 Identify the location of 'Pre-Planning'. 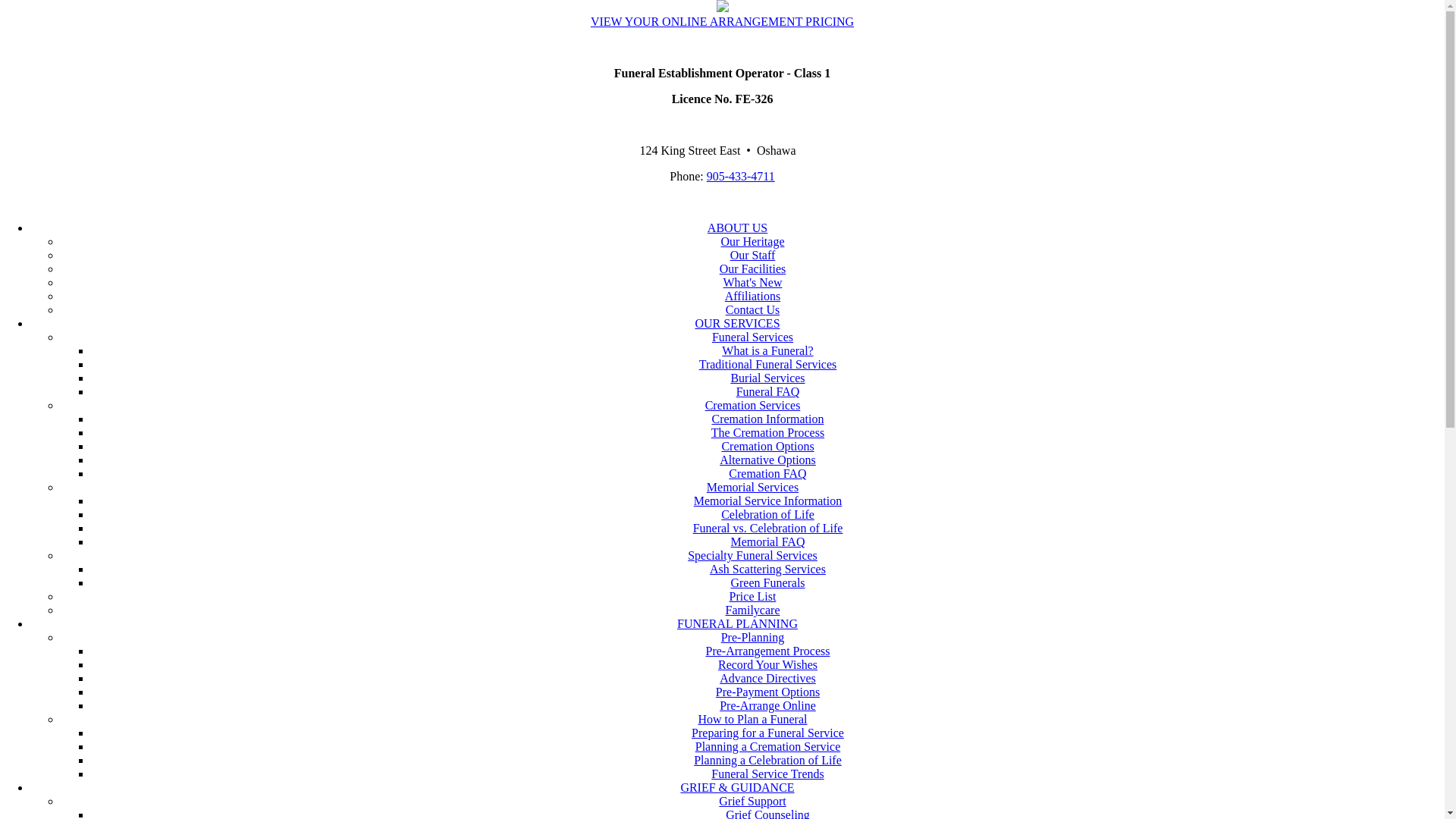
(753, 637).